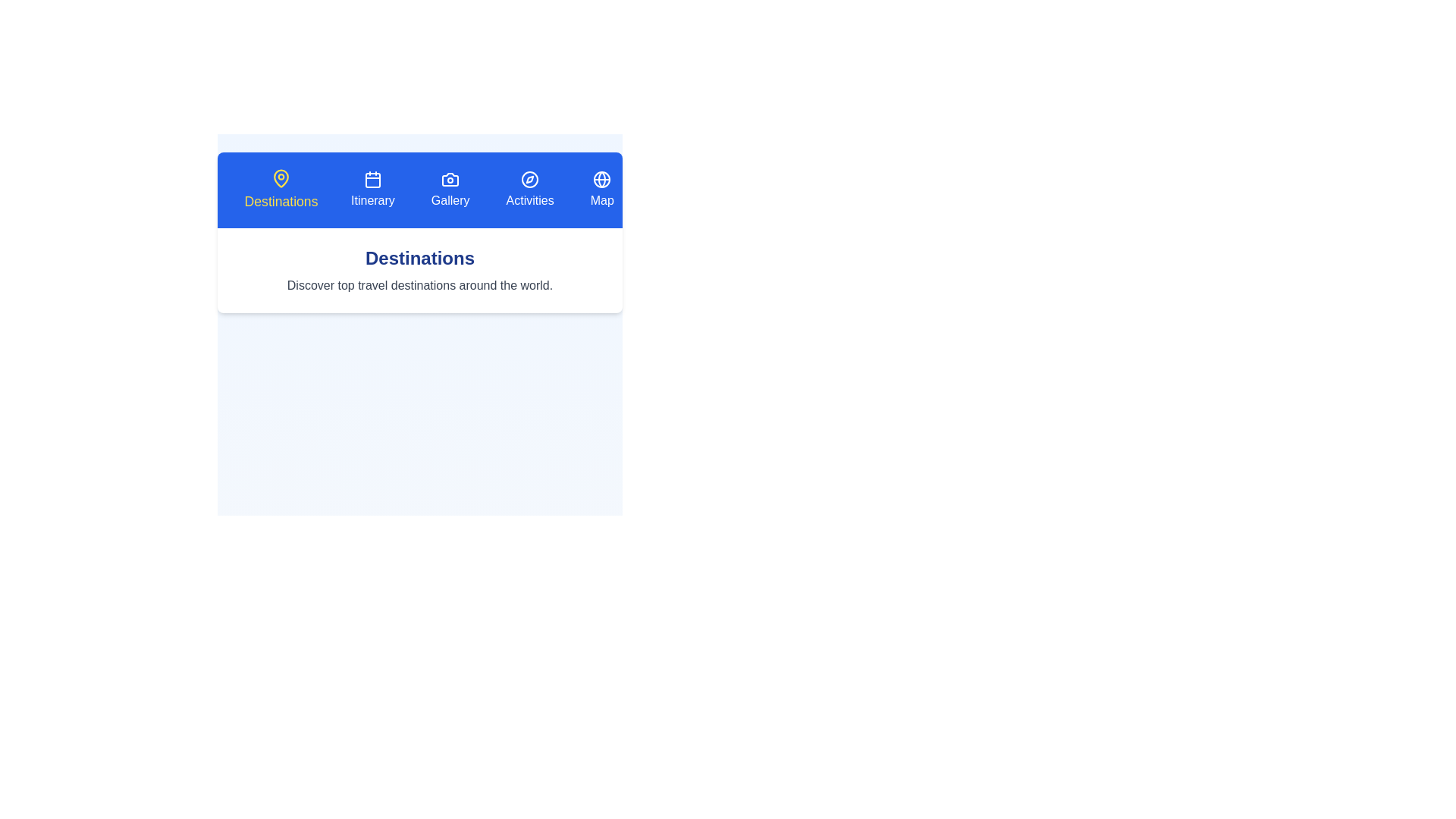 The width and height of the screenshot is (1456, 819). What do you see at coordinates (372, 178) in the screenshot?
I see `the calendar icon located on the 'Itinerary' button, which is the second tab on the top navigation bar` at bounding box center [372, 178].